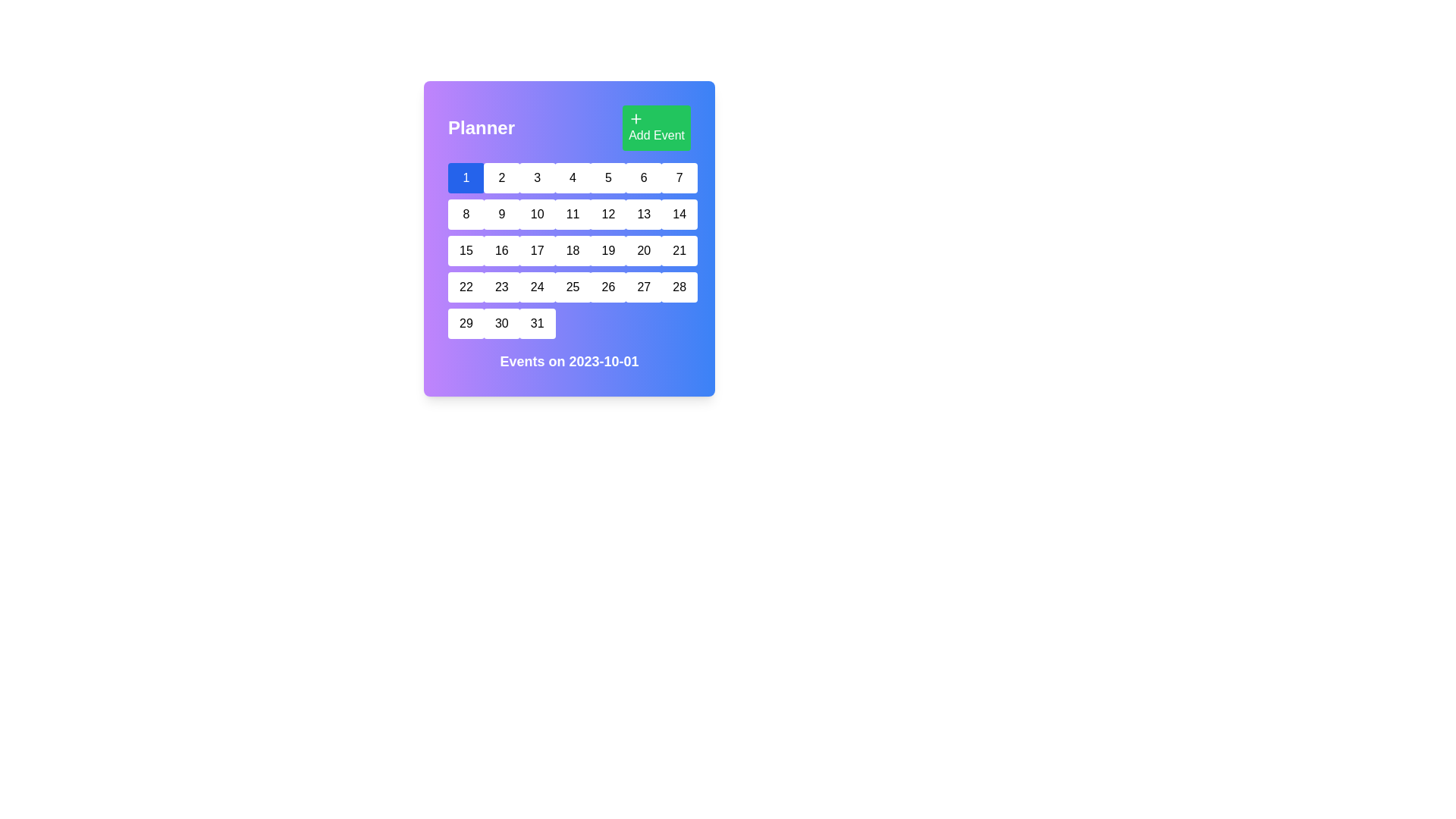  What do you see at coordinates (644, 287) in the screenshot?
I see `the button displaying '27' located in the fourth row of a grid layout` at bounding box center [644, 287].